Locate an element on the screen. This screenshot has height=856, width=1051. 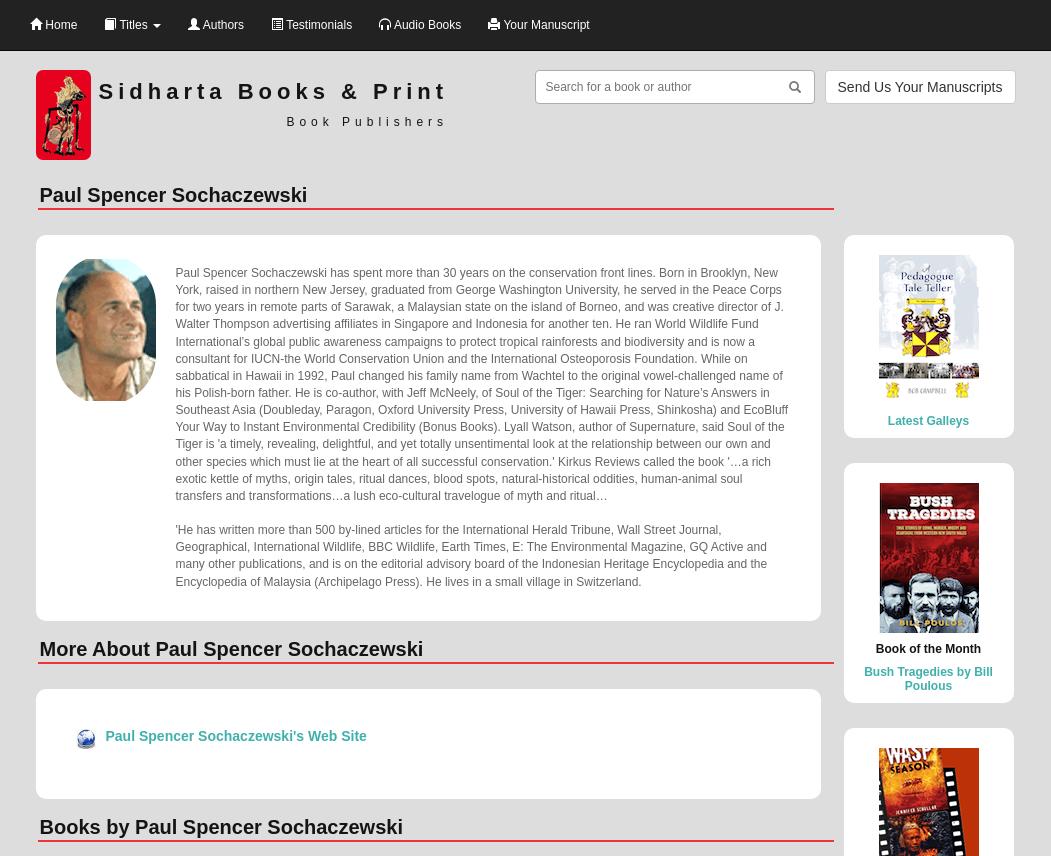
'Paul Spencer Sochaczewski's Web Site' is located at coordinates (234, 734).